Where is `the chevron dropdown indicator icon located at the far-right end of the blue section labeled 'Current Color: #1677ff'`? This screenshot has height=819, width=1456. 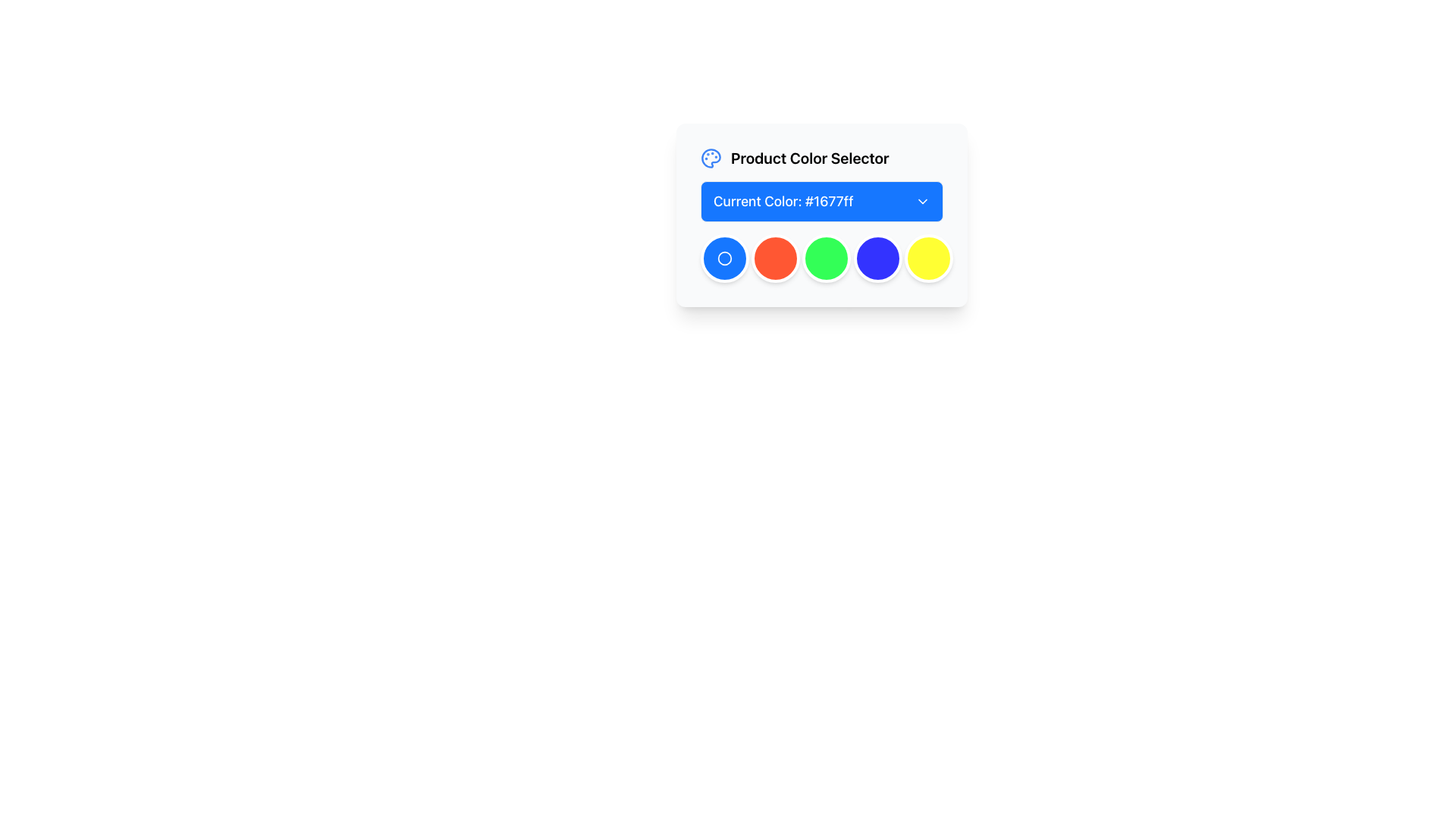
the chevron dropdown indicator icon located at the far-right end of the blue section labeled 'Current Color: #1677ff' is located at coordinates (922, 201).